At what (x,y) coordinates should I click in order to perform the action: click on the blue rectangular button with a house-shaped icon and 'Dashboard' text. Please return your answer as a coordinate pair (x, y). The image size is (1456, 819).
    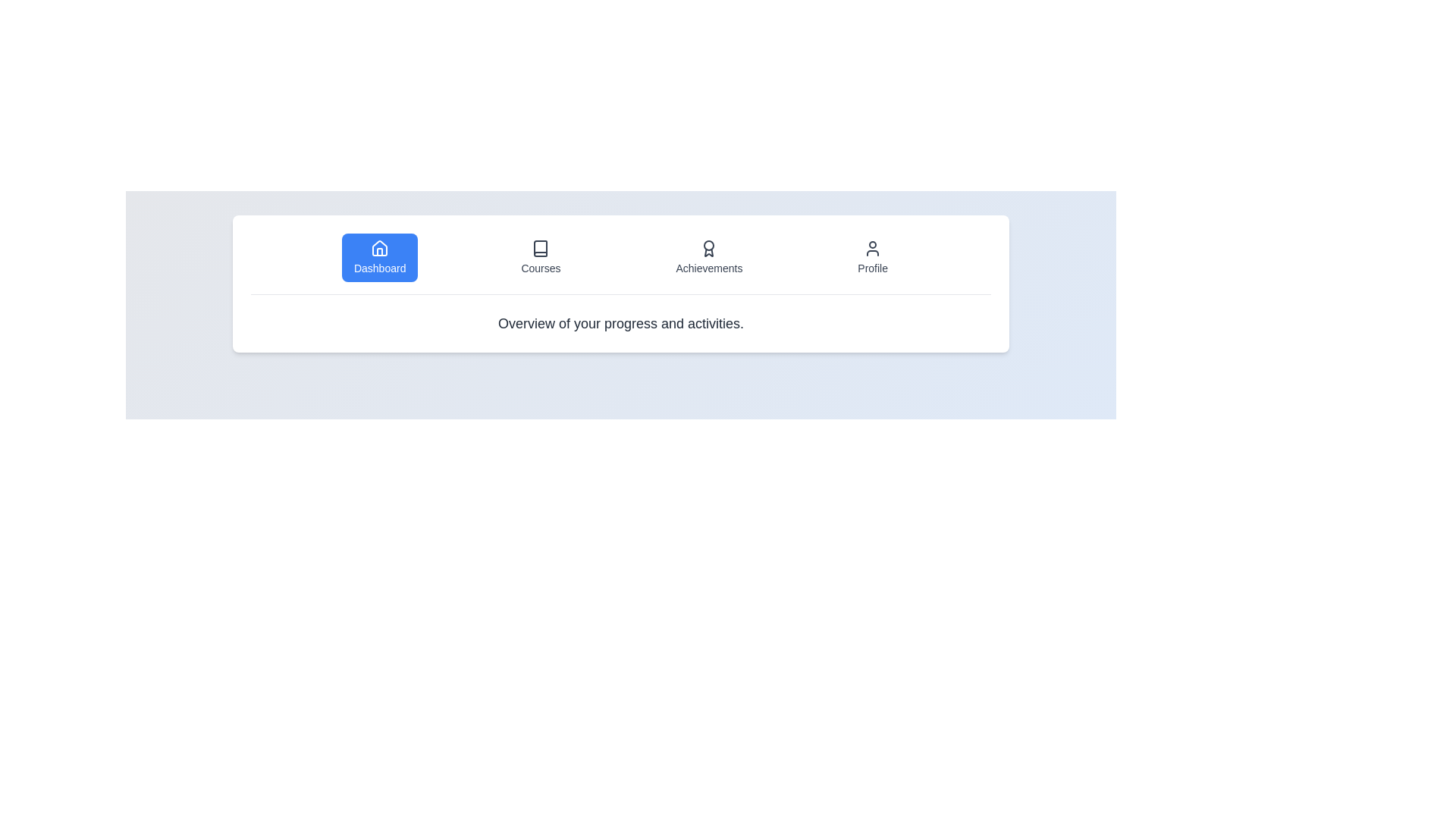
    Looking at the image, I should click on (380, 256).